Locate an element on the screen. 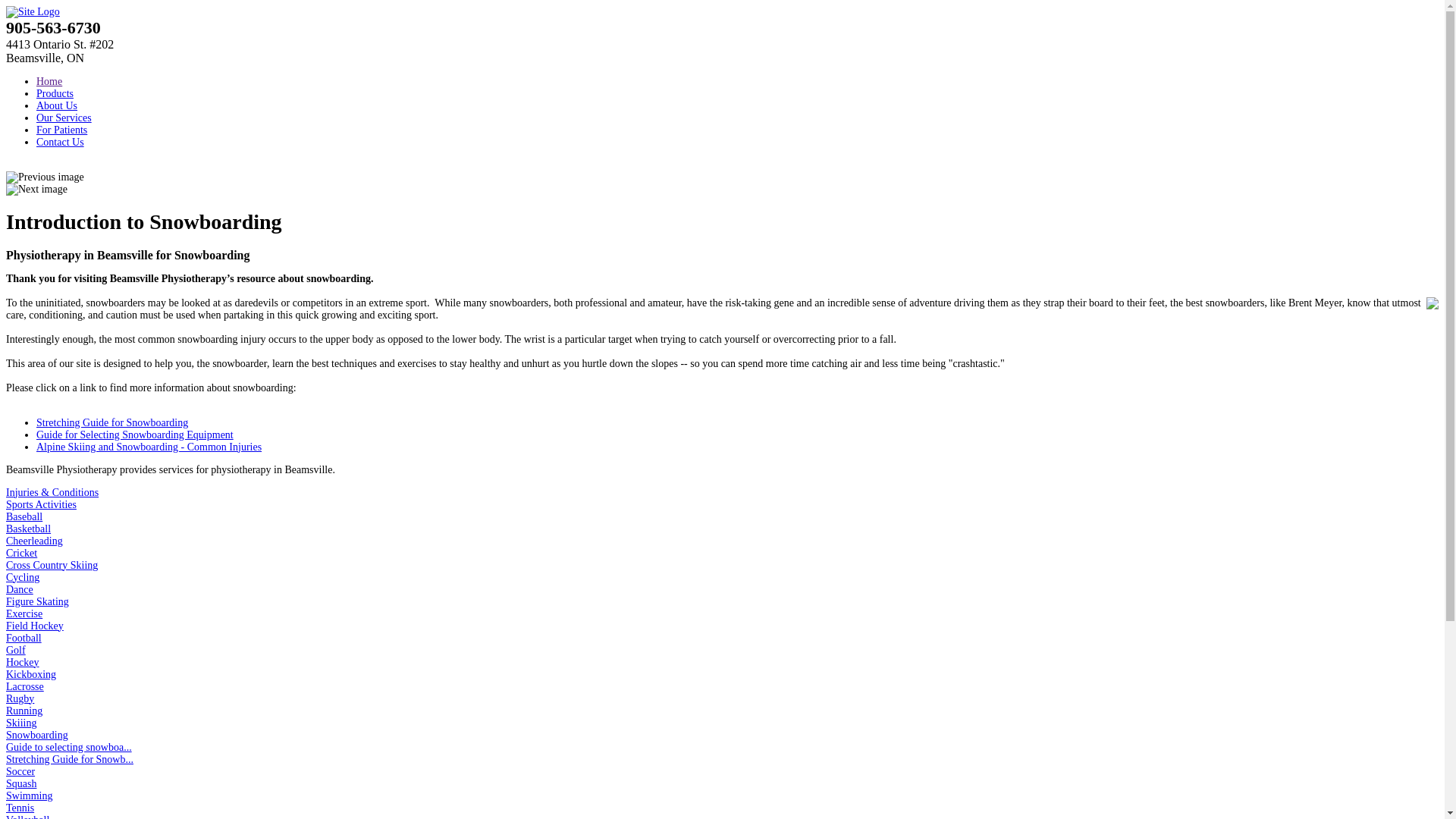 The height and width of the screenshot is (819, 1456). 'Basketball' is located at coordinates (28, 528).